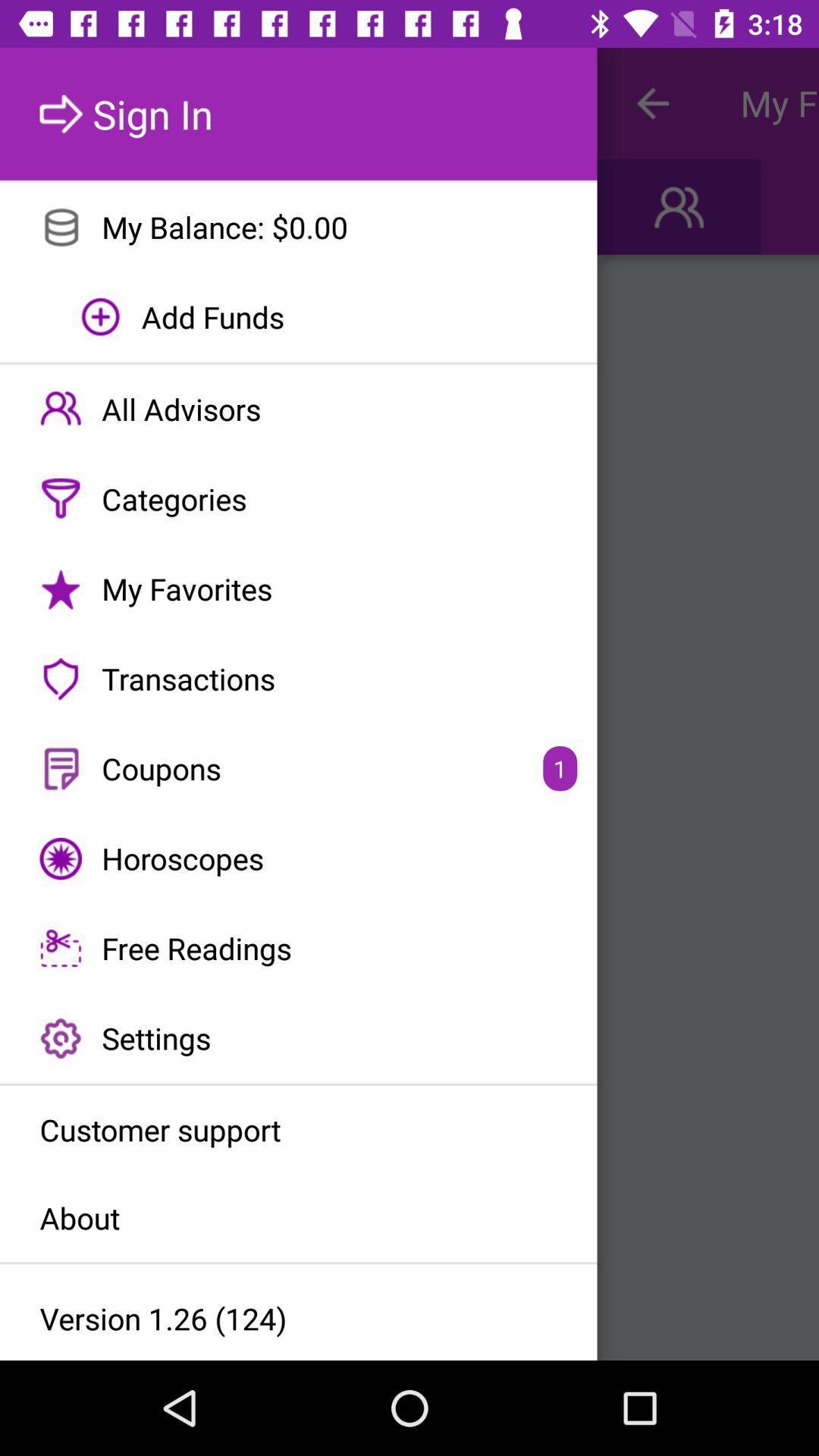 This screenshot has width=819, height=1456. What do you see at coordinates (298, 1218) in the screenshot?
I see `item below customer support` at bounding box center [298, 1218].